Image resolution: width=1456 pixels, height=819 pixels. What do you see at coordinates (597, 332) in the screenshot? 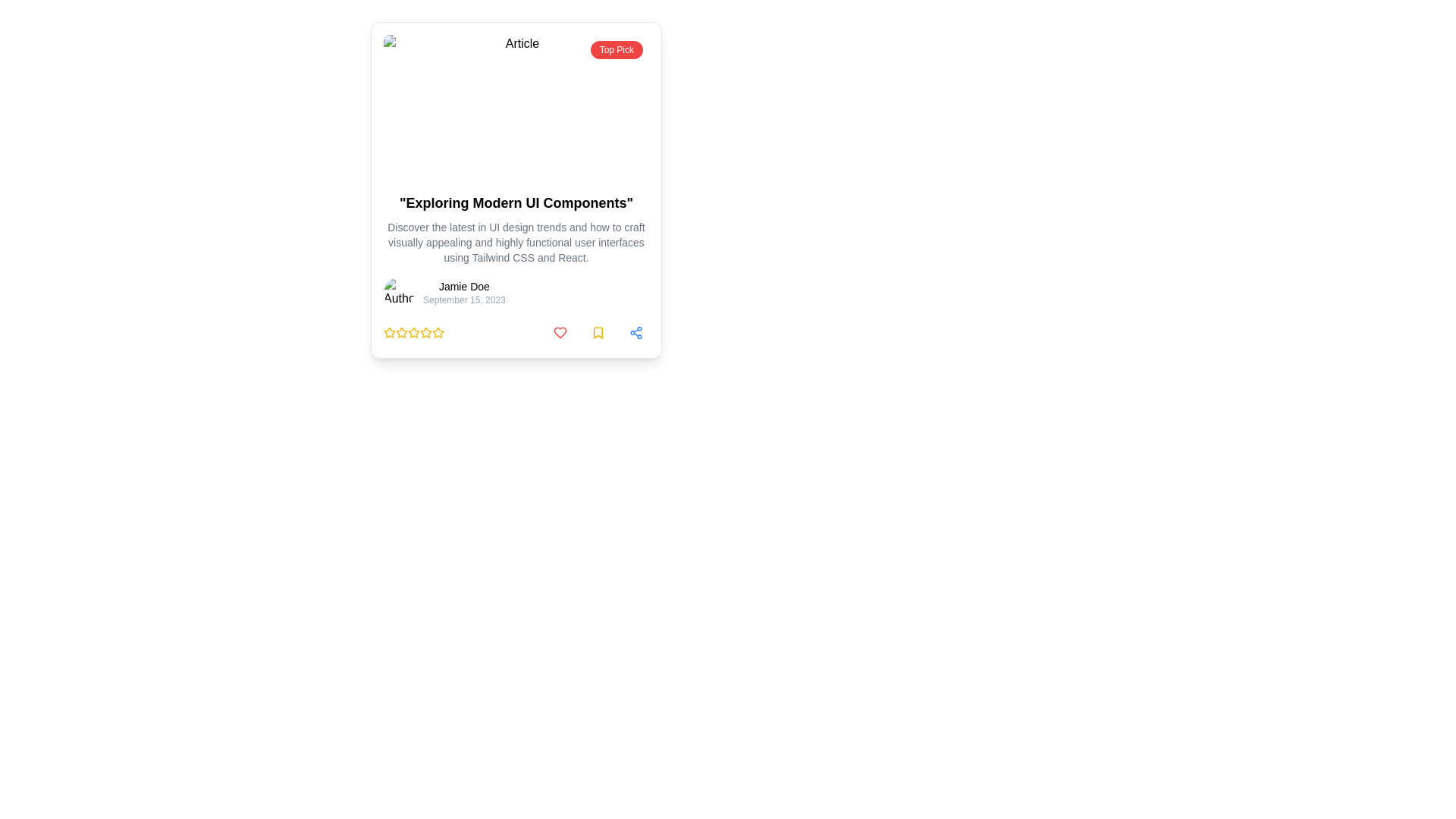
I see `the bookmark button, which is the second button from the left in a group of three at the bottom right of the card component, located directly to the right of the heart icon button` at bounding box center [597, 332].